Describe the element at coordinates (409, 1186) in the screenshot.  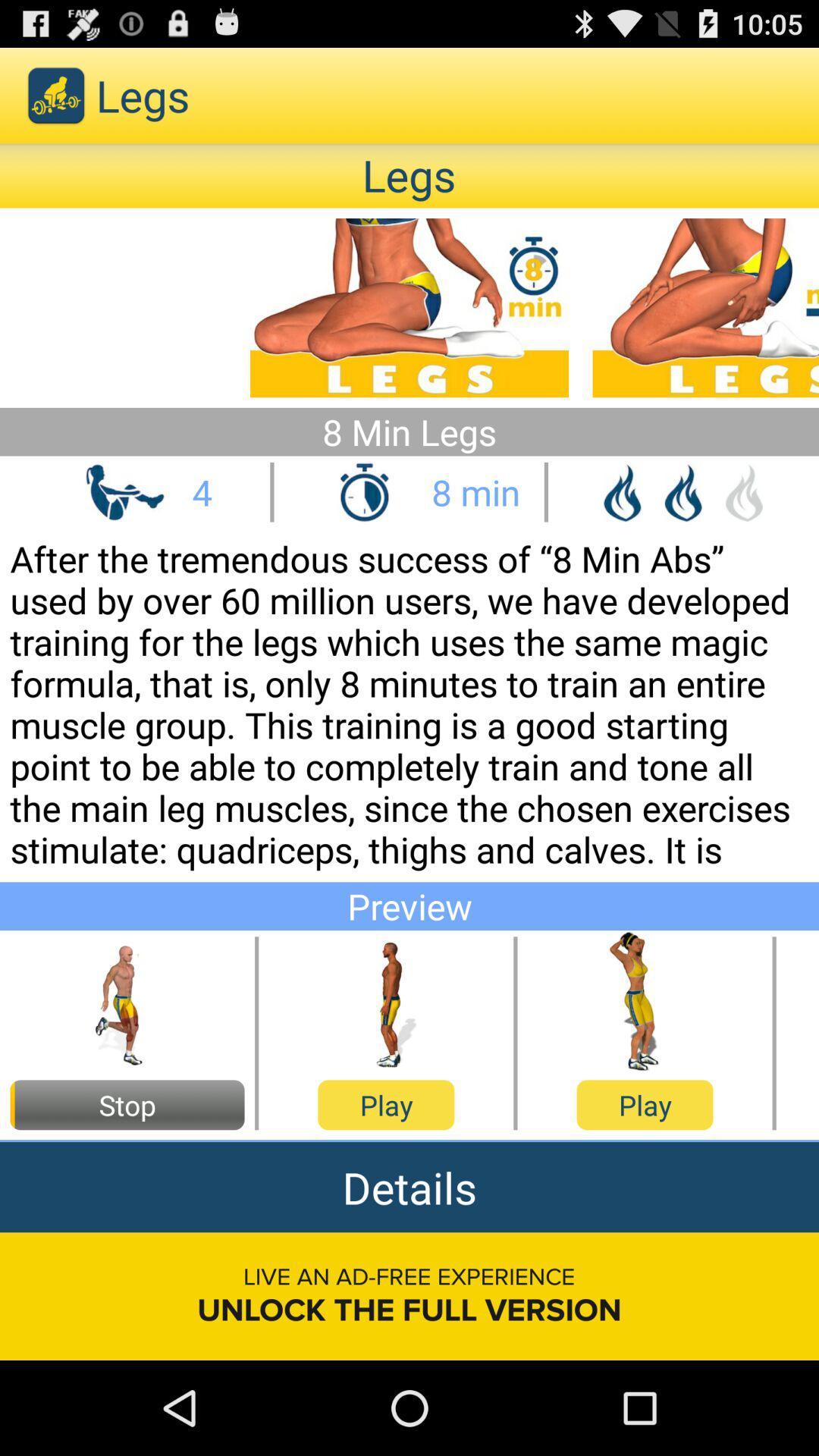
I see `the details` at that location.